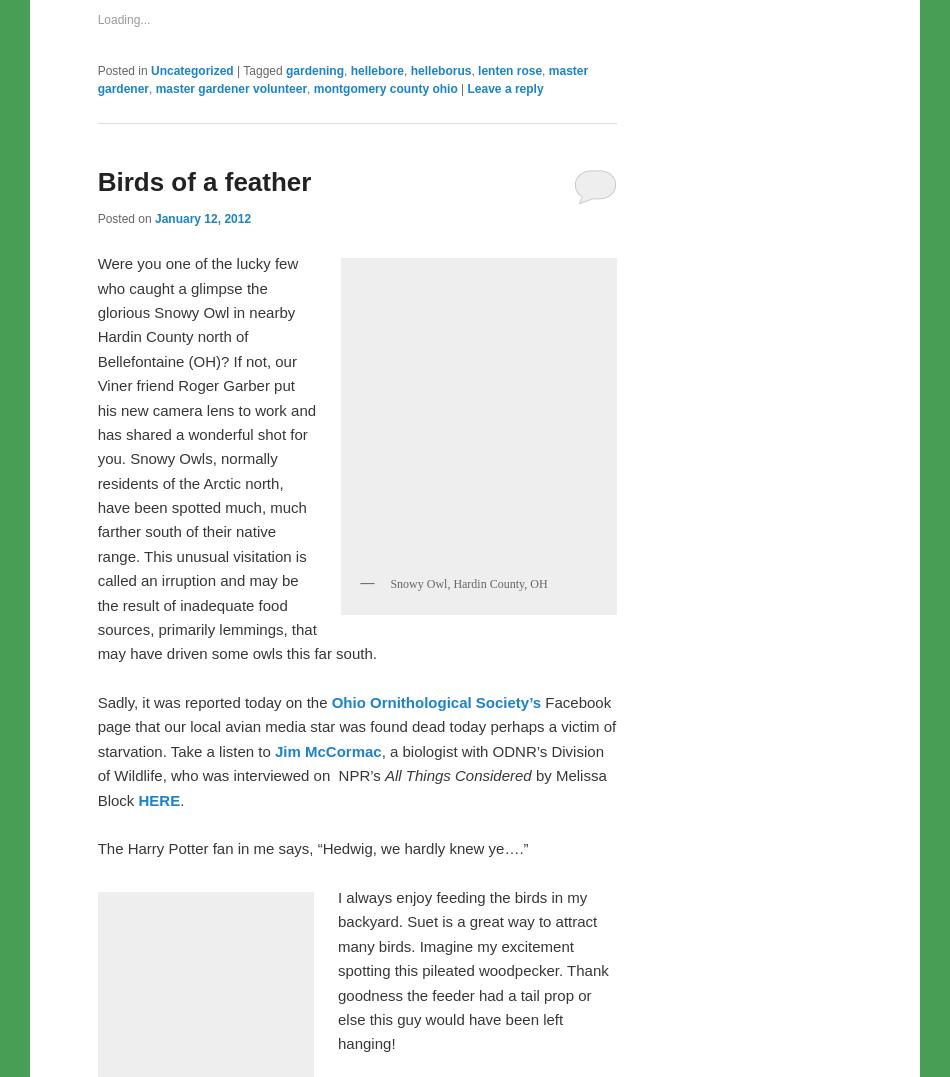 Image resolution: width=950 pixels, height=1077 pixels. I want to click on 'master gardener volunteer', so click(231, 507).